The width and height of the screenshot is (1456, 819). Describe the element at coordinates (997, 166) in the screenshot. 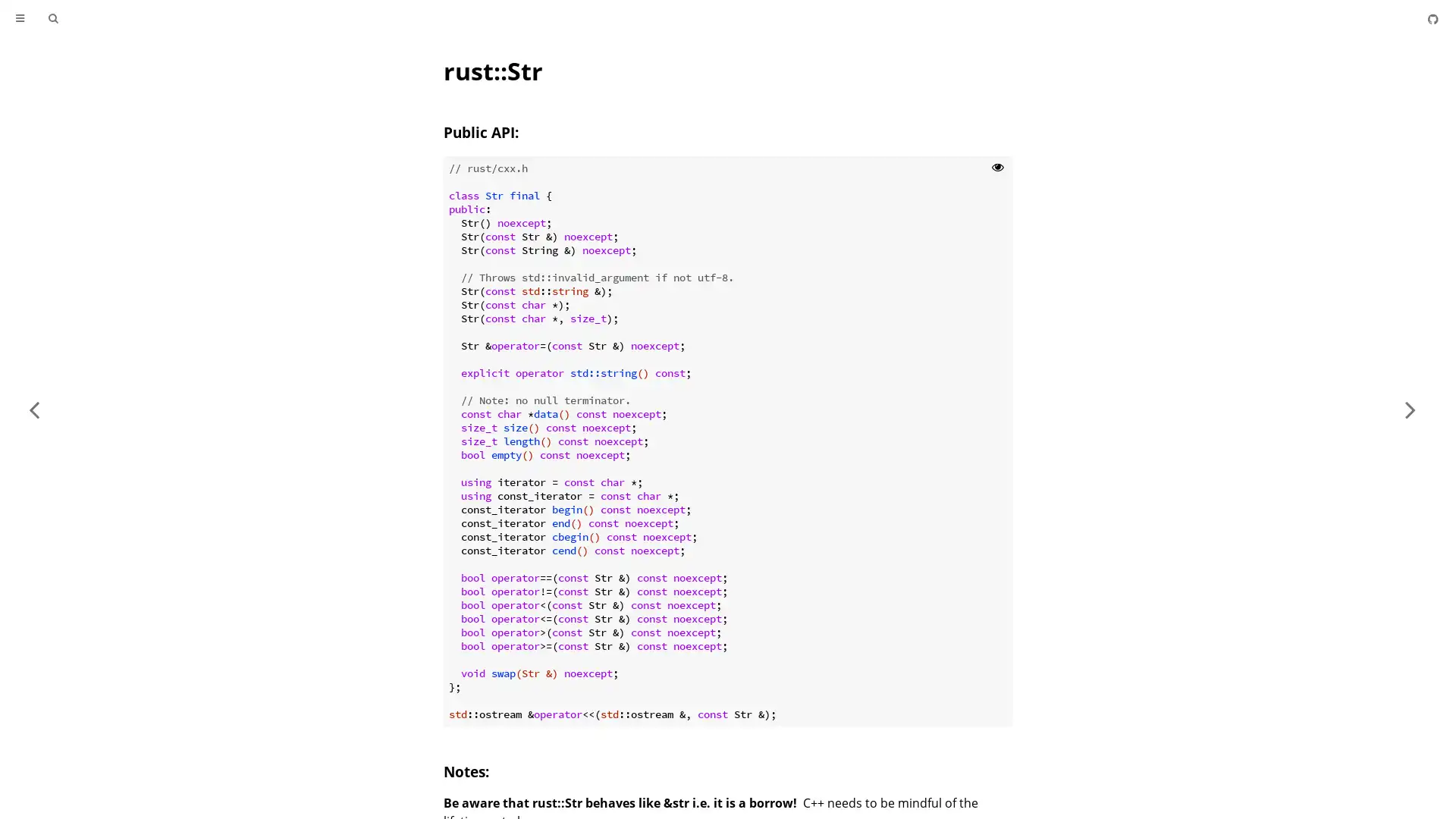

I see `Show hidden lines` at that location.